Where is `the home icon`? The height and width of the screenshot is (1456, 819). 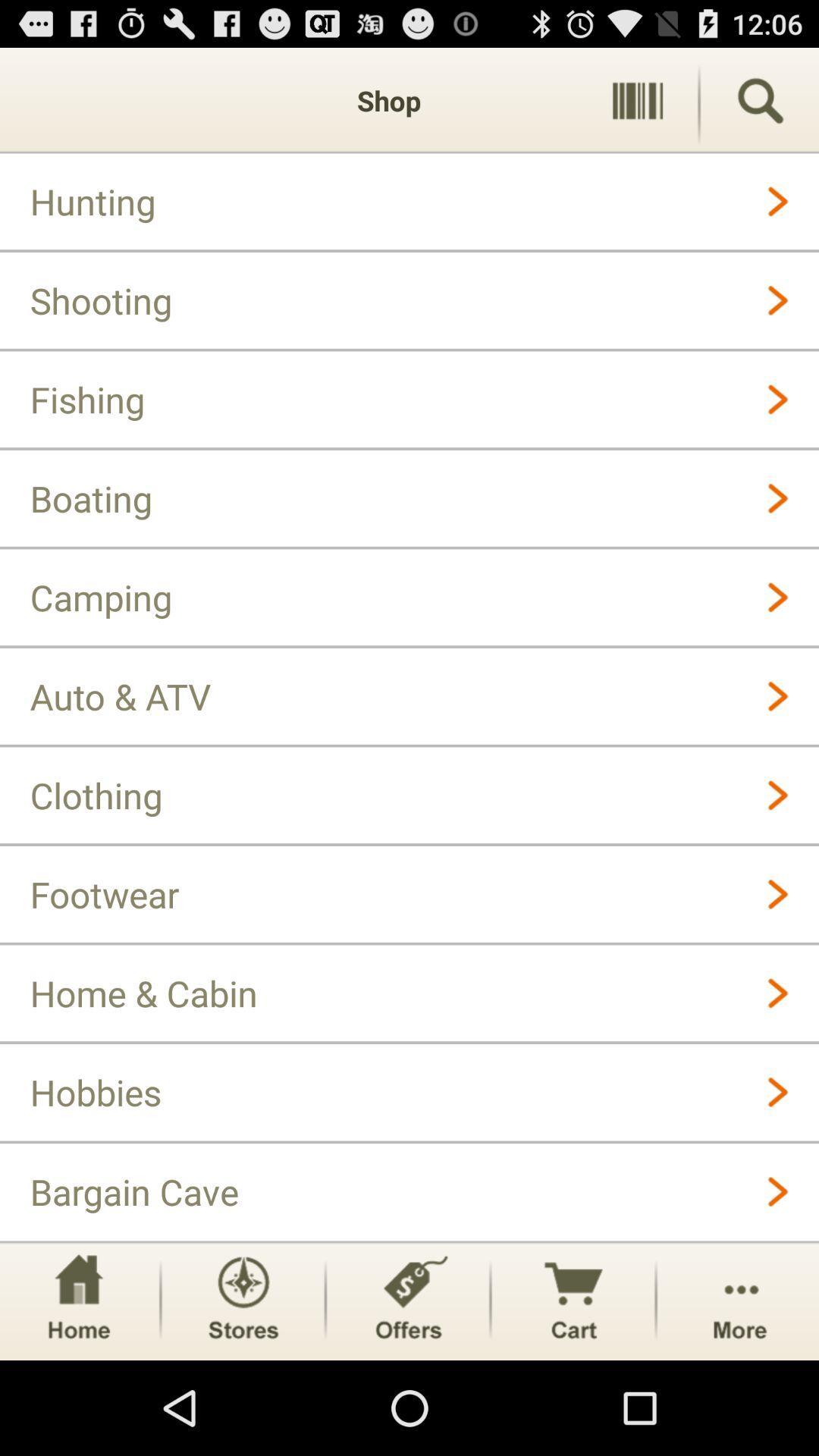 the home icon is located at coordinates (78, 1392).